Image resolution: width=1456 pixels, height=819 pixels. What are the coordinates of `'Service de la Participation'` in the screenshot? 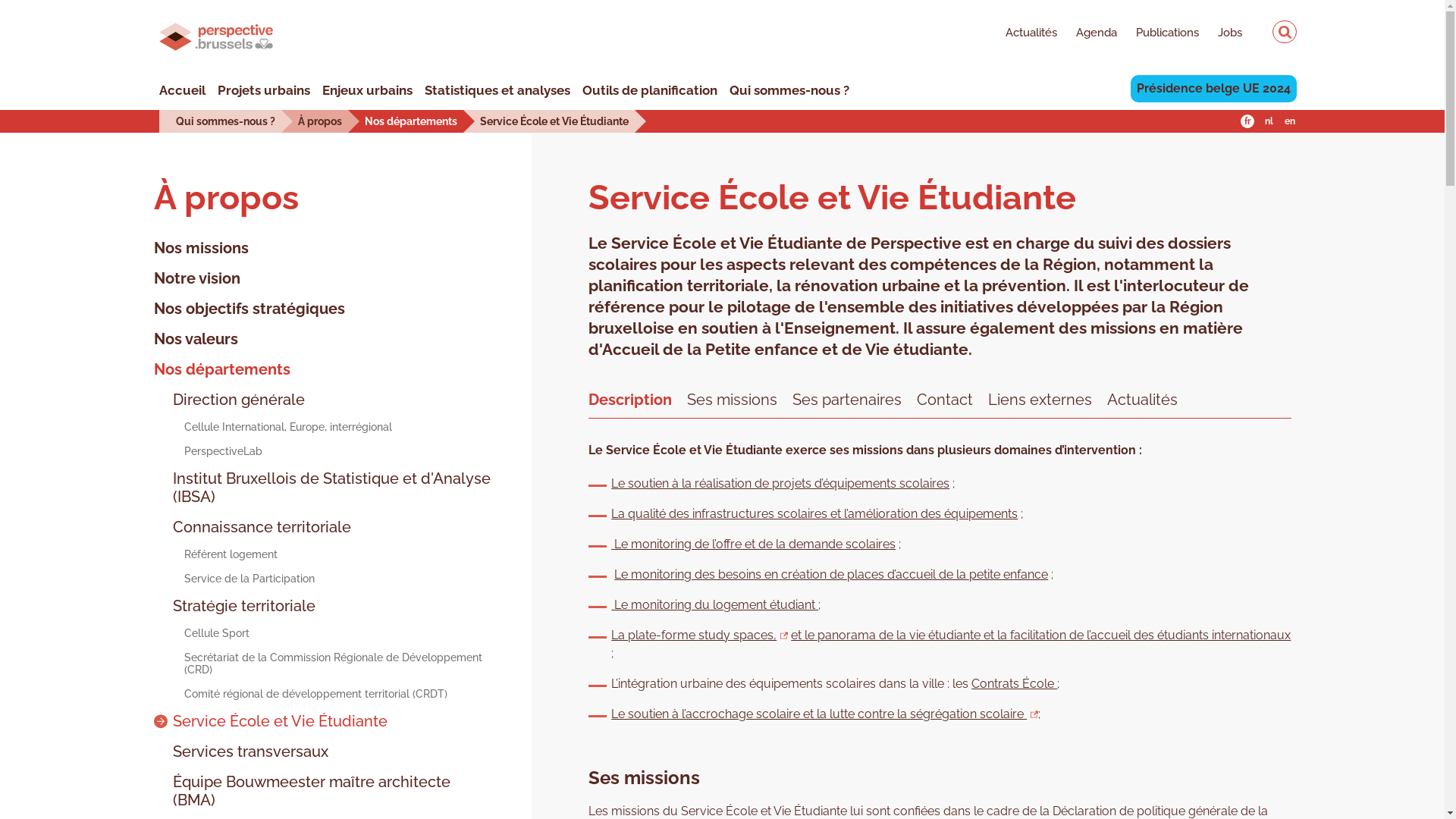 It's located at (232, 579).